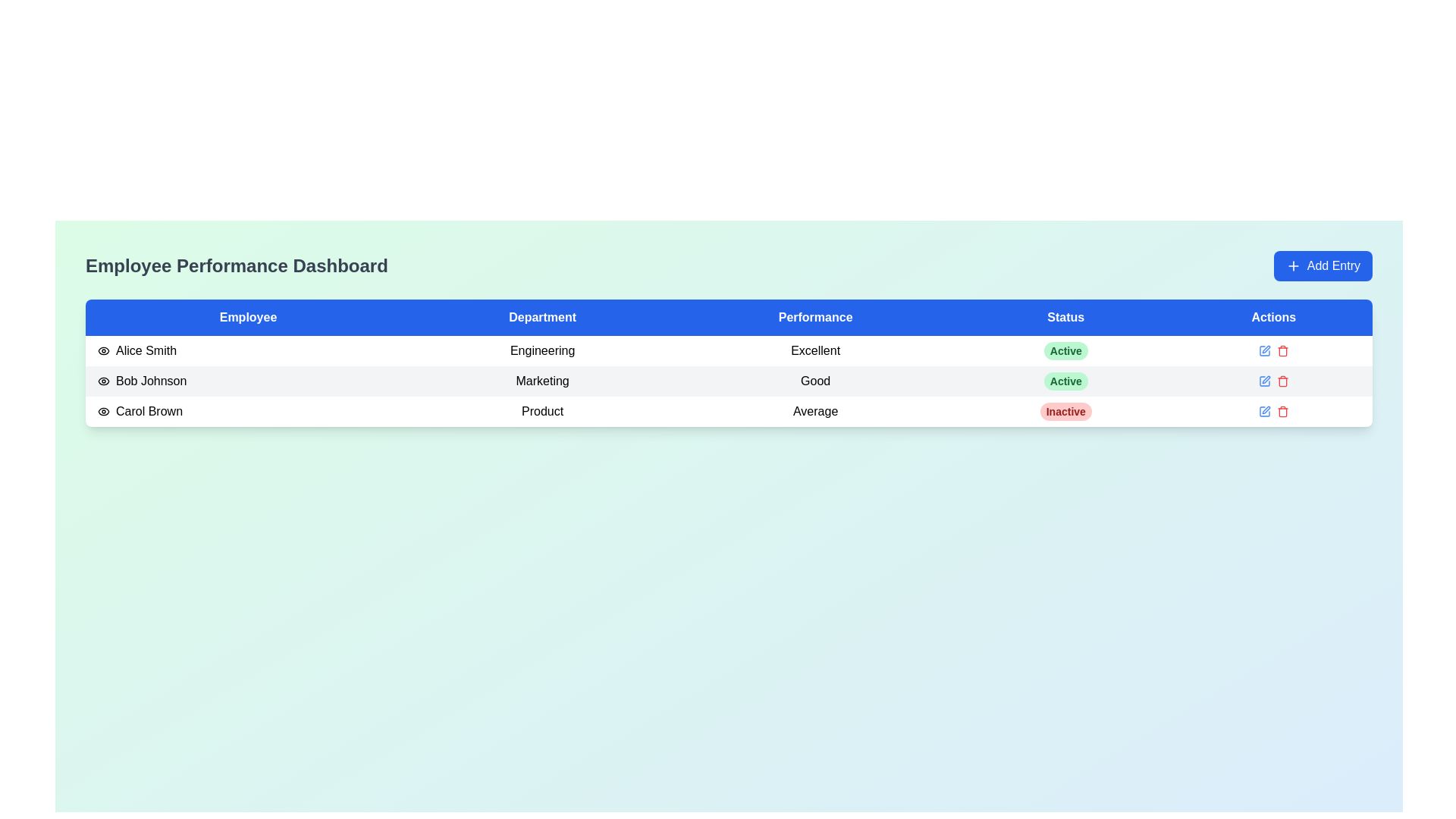  What do you see at coordinates (1282, 413) in the screenshot?
I see `the trash can icon in the 'Actions' column of the last row` at bounding box center [1282, 413].